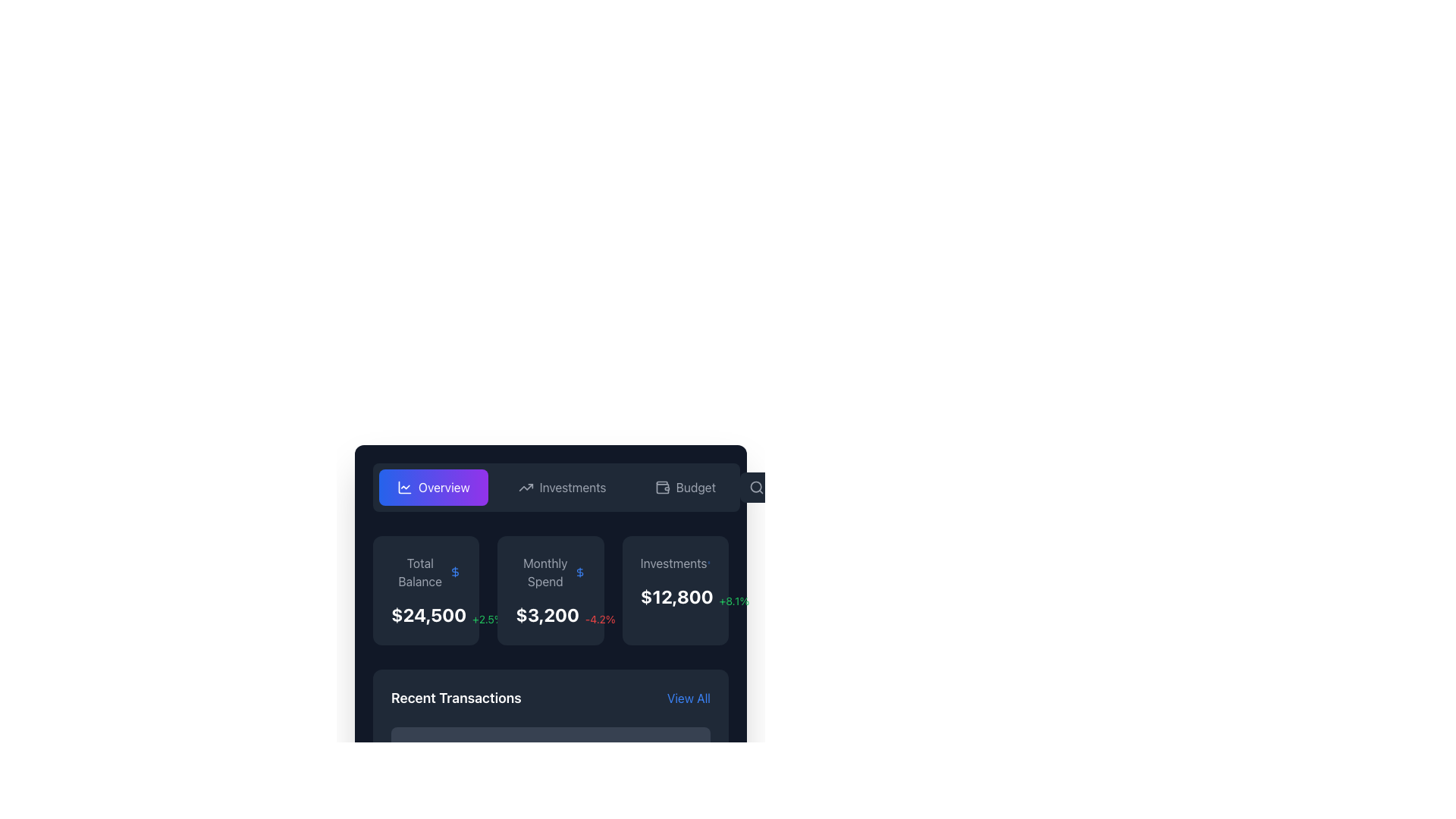 The image size is (1456, 819). What do you see at coordinates (547, 614) in the screenshot?
I see `Text Label that displays the current monthly spending value, located slightly below the title 'Monthly Spend' and to the left of the smaller red text showing '-4.2%'` at bounding box center [547, 614].